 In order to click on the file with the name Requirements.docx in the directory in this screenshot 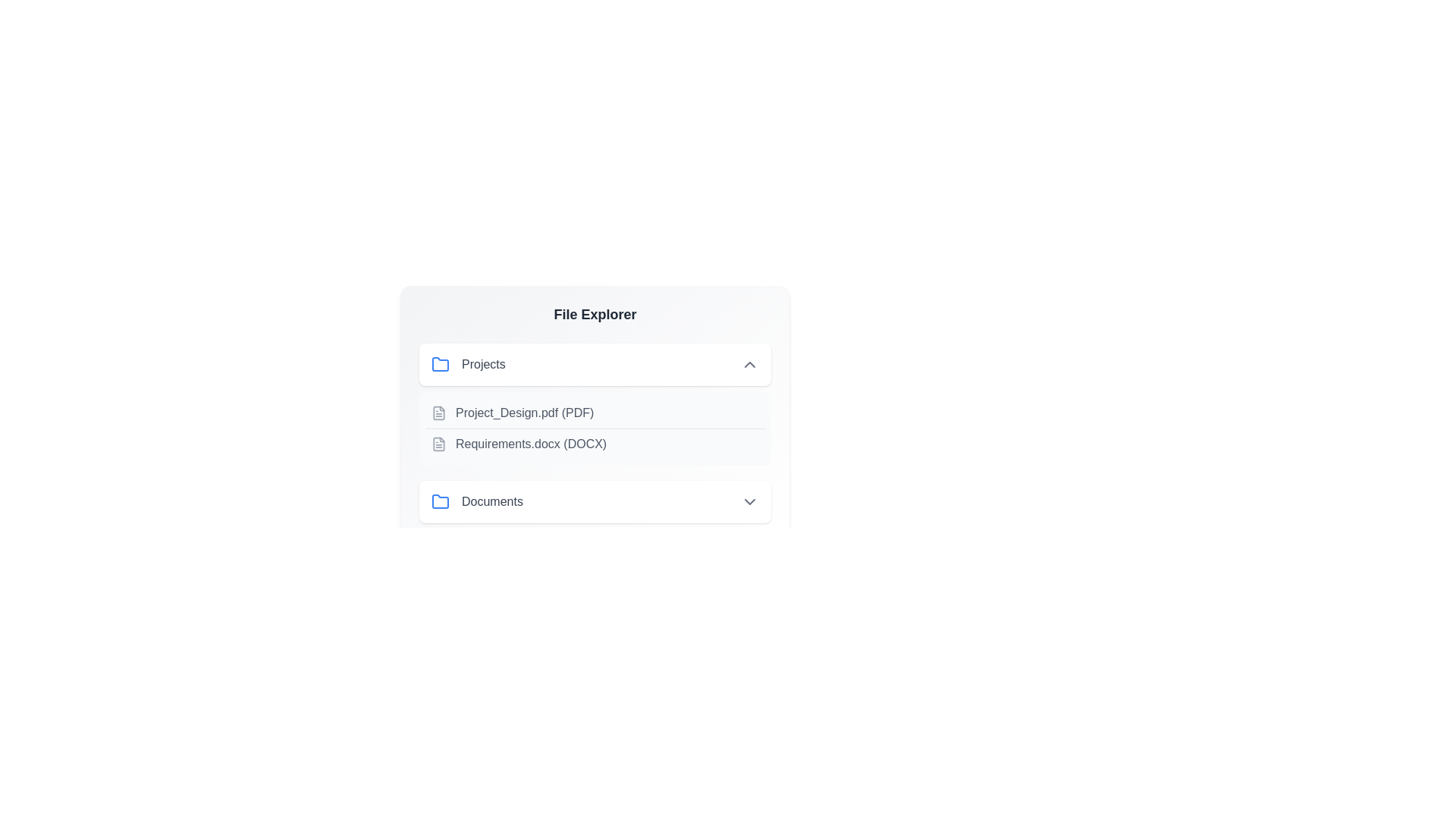, I will do `click(595, 444)`.